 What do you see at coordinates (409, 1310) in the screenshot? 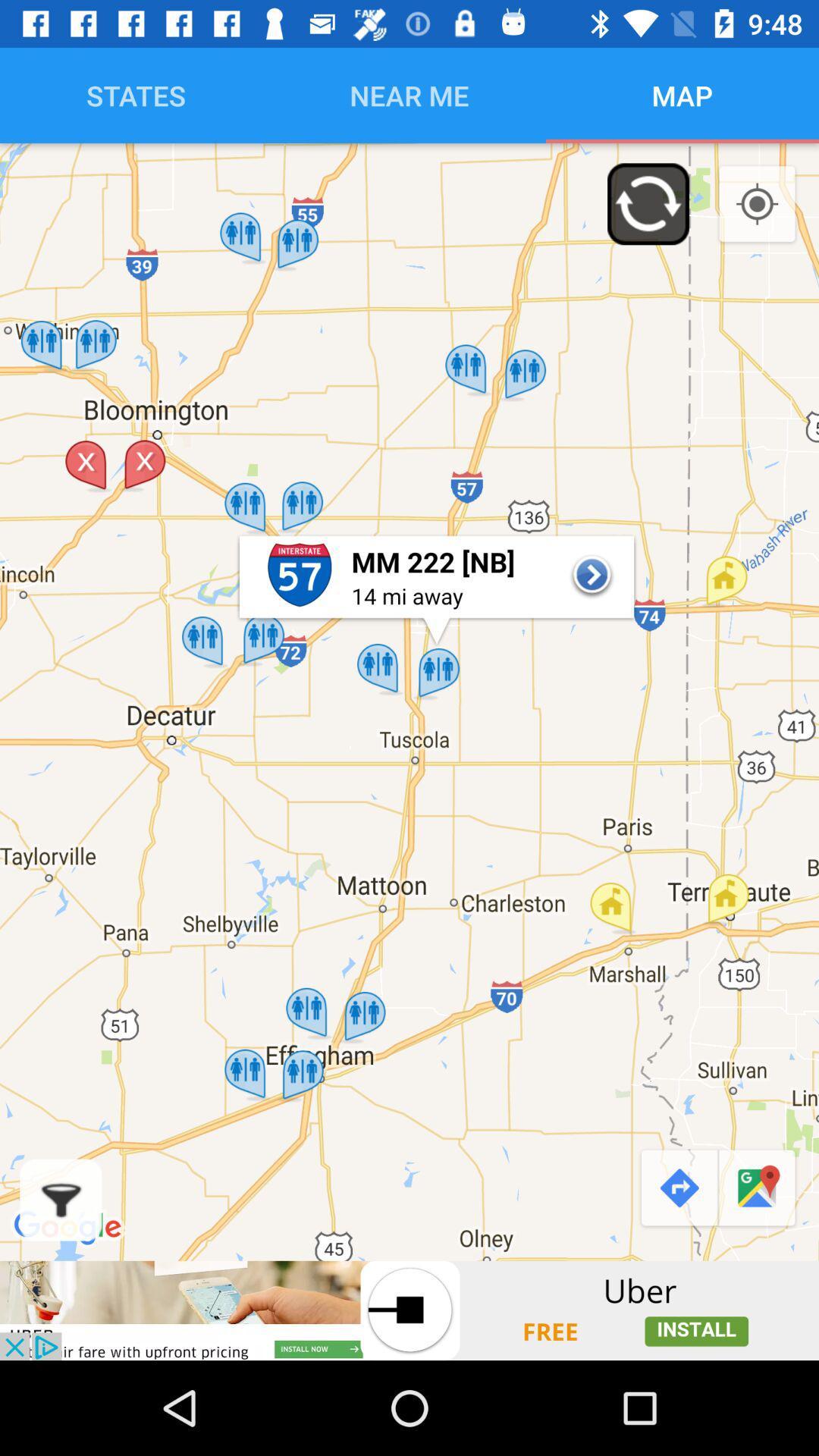
I see `link to an advertiser app` at bounding box center [409, 1310].